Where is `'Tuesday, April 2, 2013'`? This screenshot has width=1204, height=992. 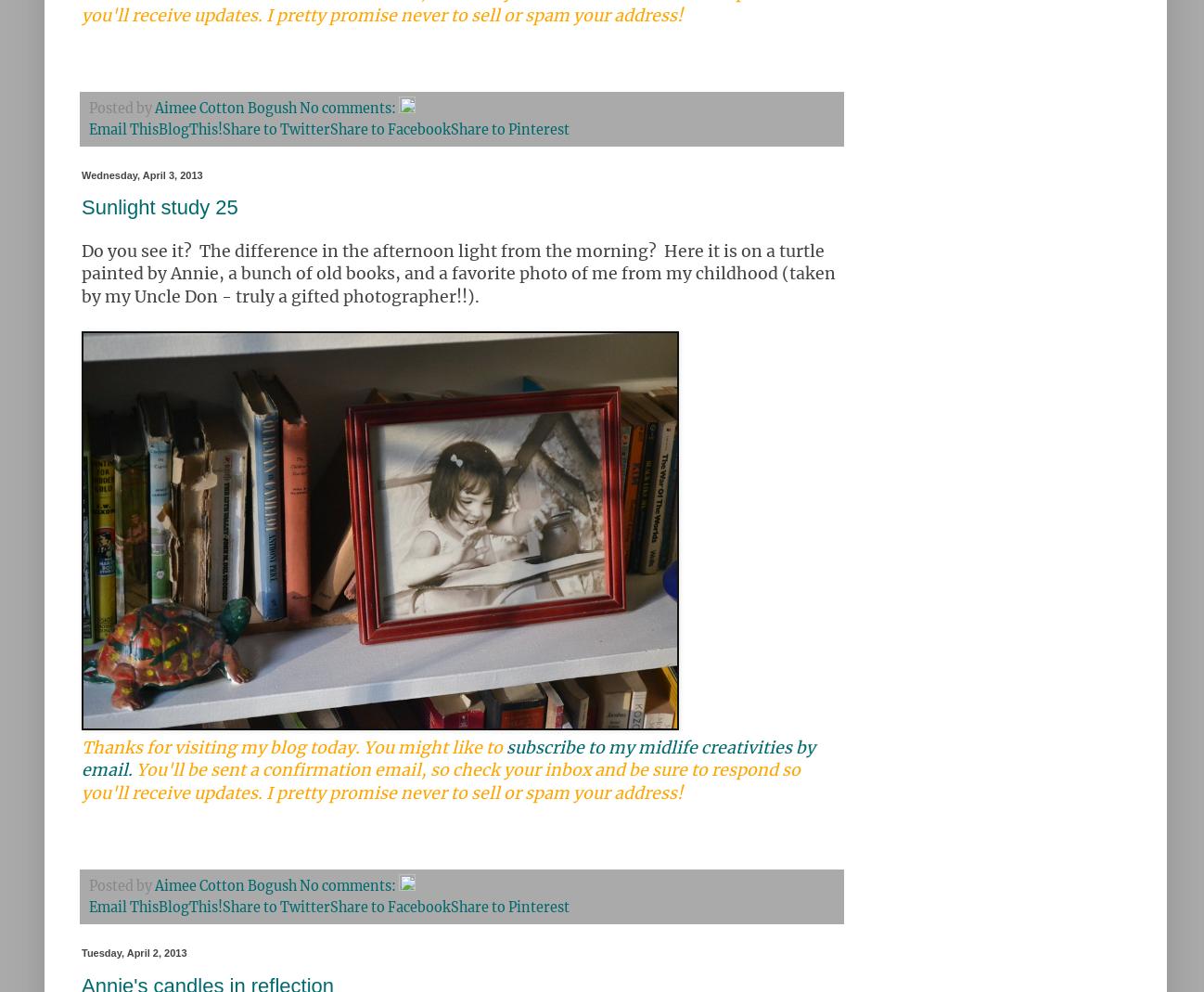
'Tuesday, April 2, 2013' is located at coordinates (133, 952).